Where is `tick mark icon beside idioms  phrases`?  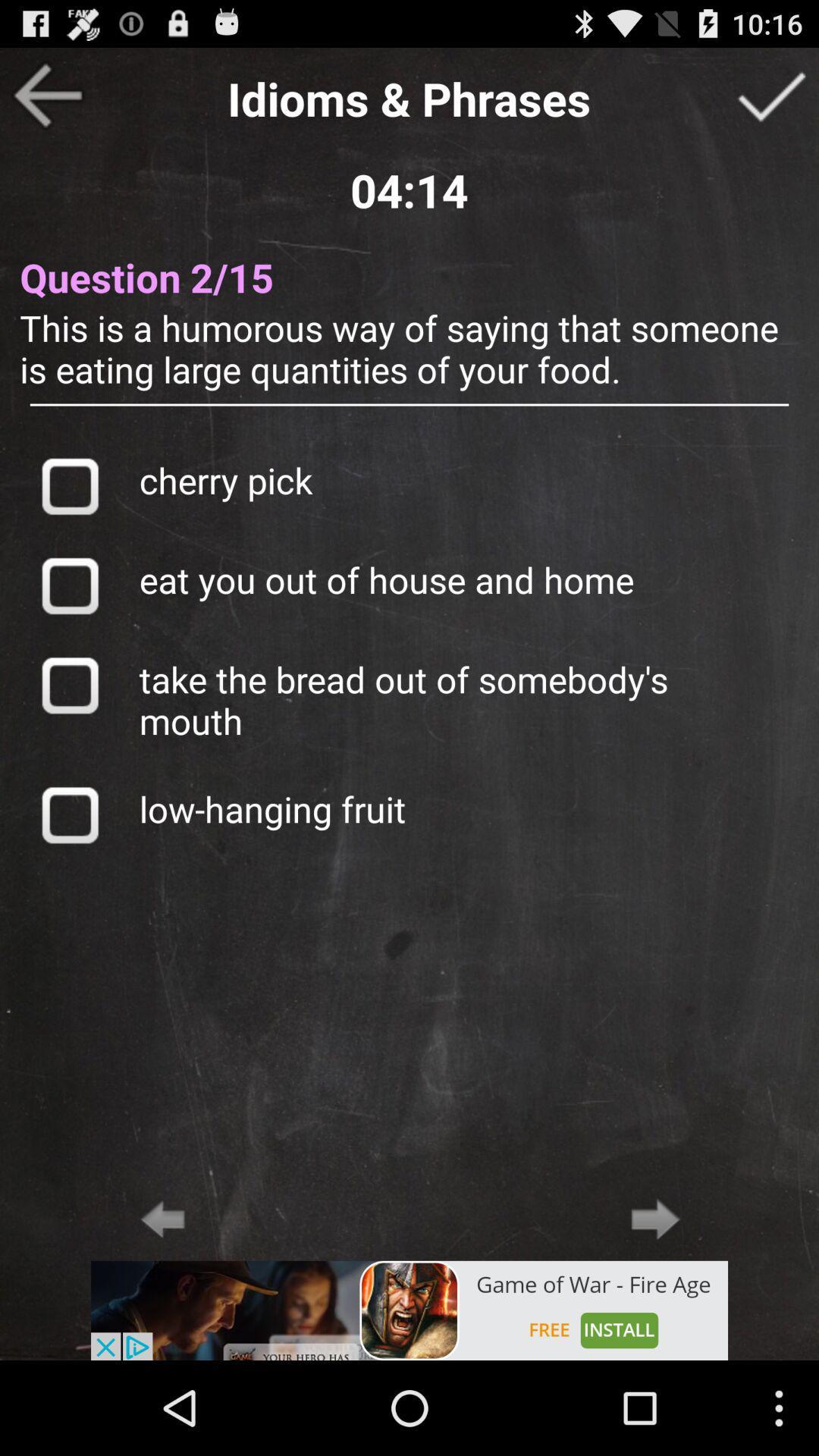 tick mark icon beside idioms  phrases is located at coordinates (771, 94).